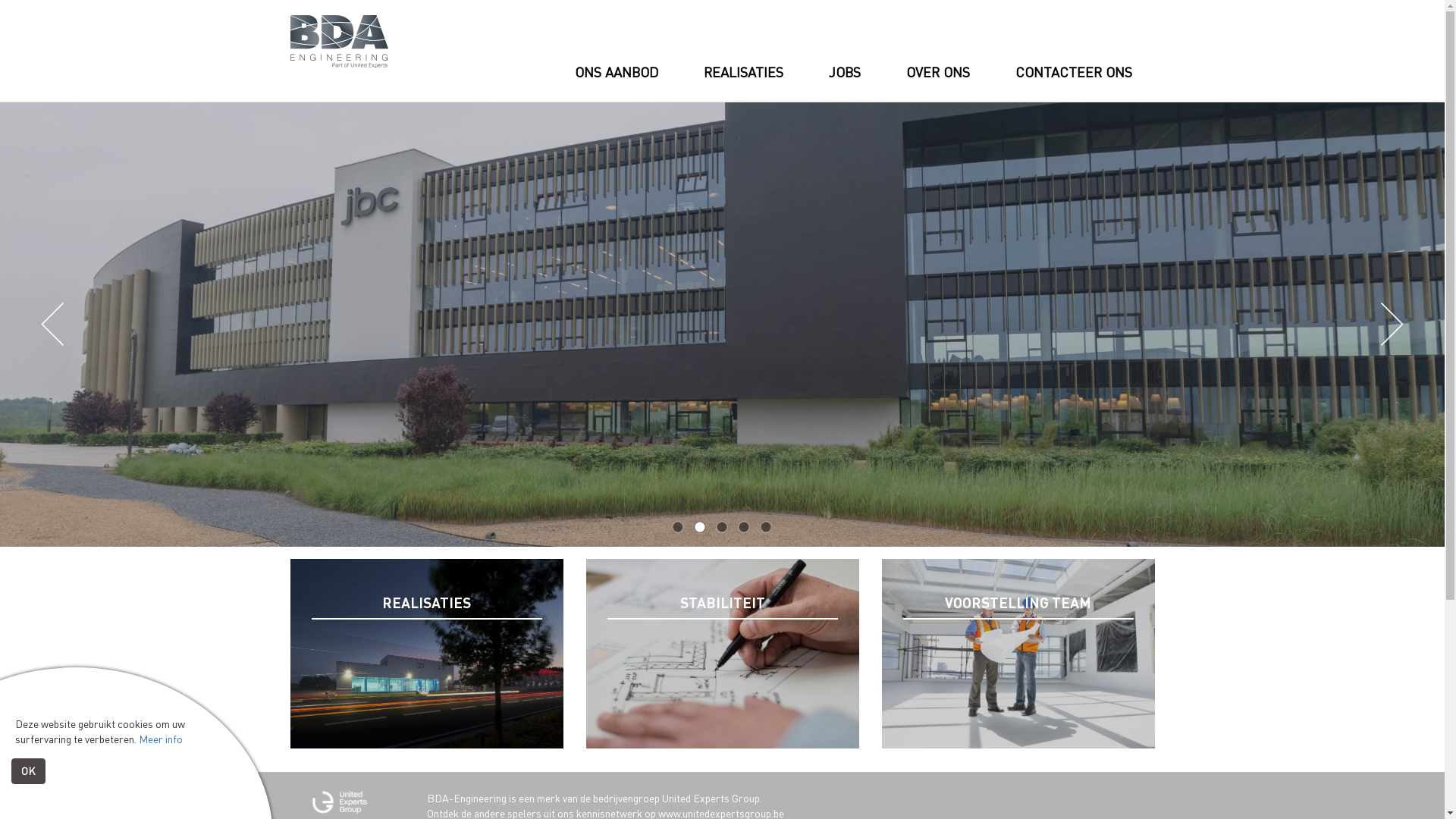 Image resolution: width=1456 pixels, height=819 pixels. Describe the element at coordinates (720, 652) in the screenshot. I see `'STABILITEIT'` at that location.